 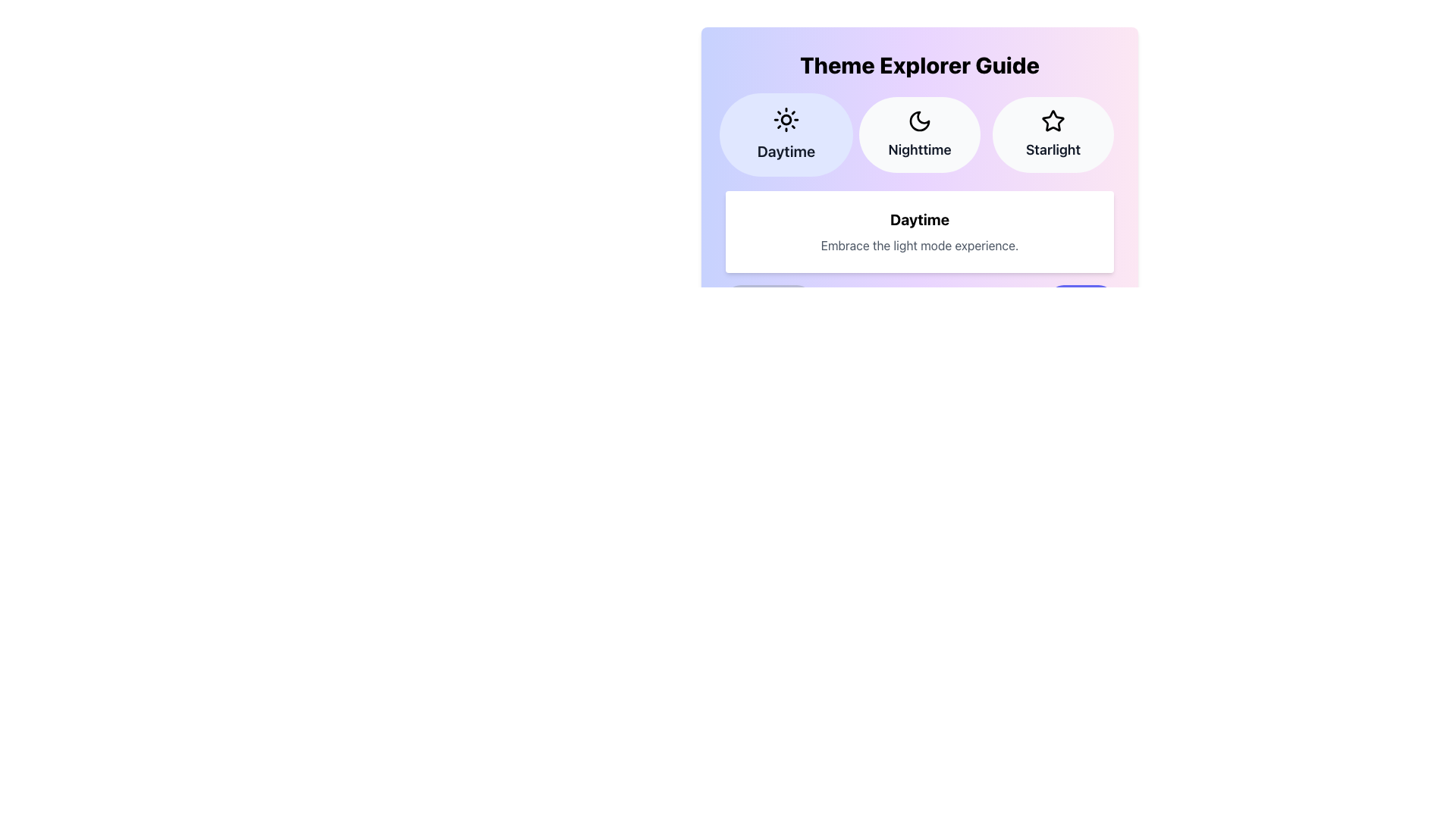 I want to click on the static text label that displays 'Daytime' in bold font, located beneath a sun icon within the 'Theme Explorer Guide' card, so click(x=786, y=152).